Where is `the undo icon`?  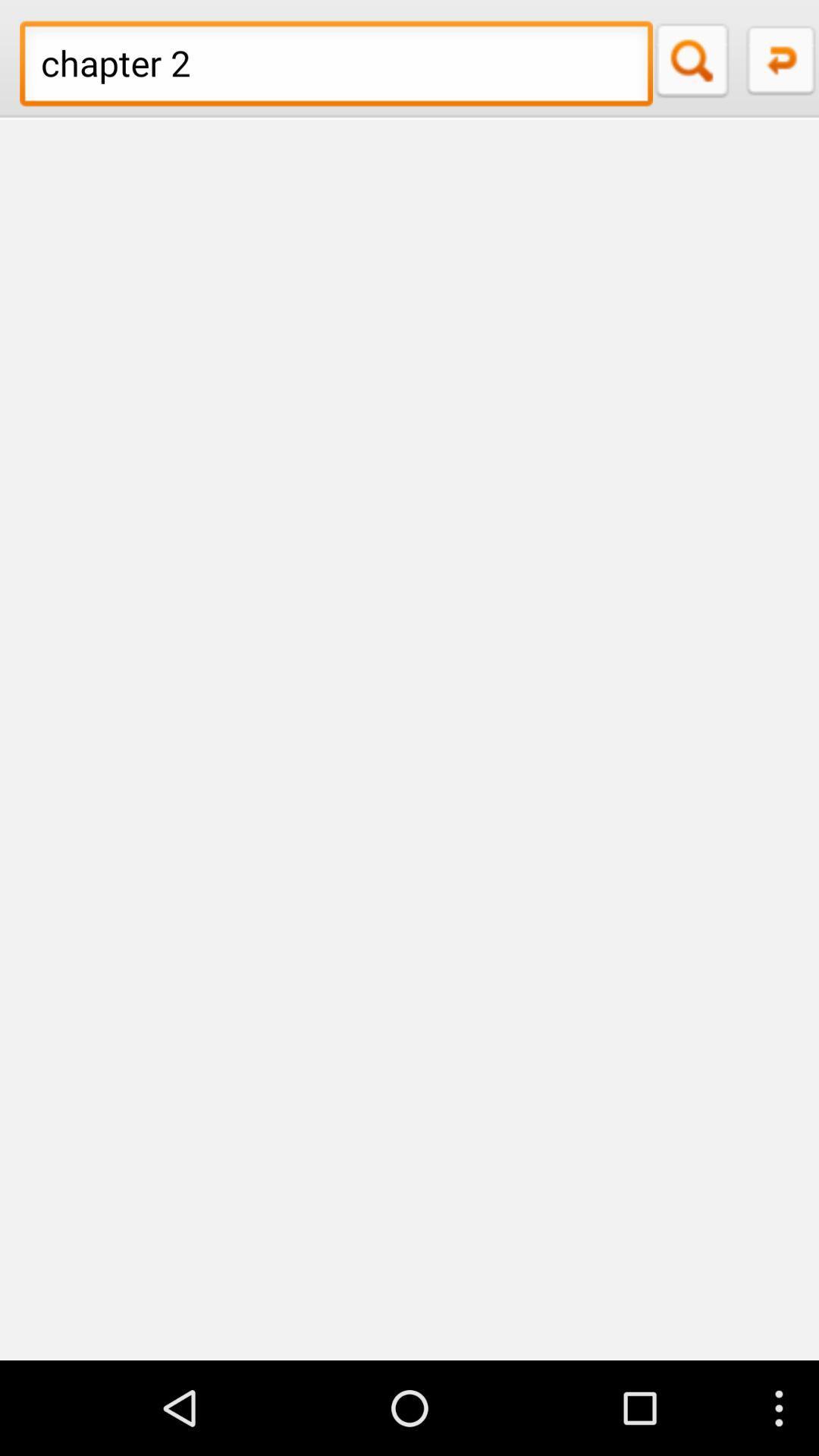 the undo icon is located at coordinates (779, 63).